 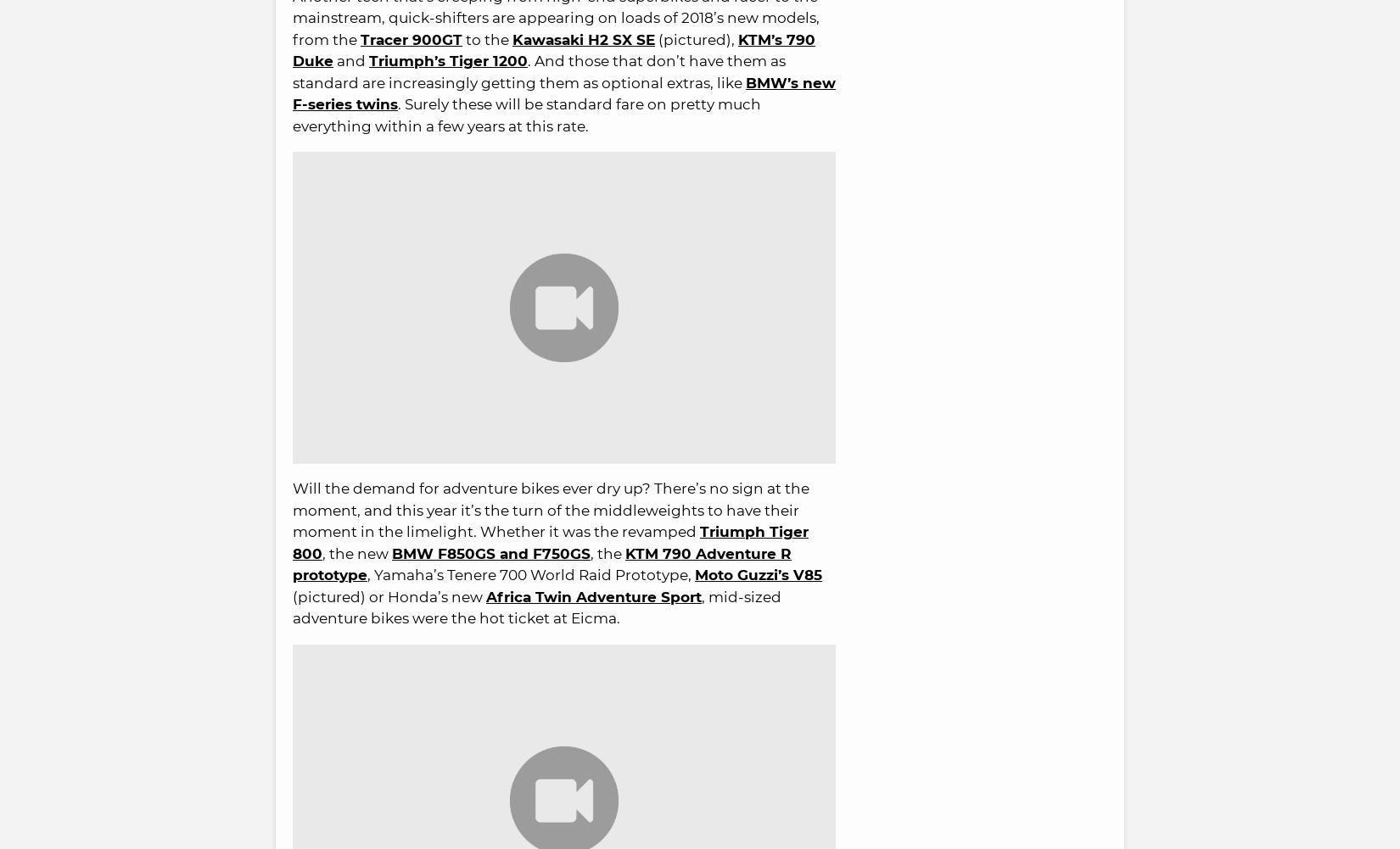 I want to click on 'BMW’s new F-series twins', so click(x=293, y=92).